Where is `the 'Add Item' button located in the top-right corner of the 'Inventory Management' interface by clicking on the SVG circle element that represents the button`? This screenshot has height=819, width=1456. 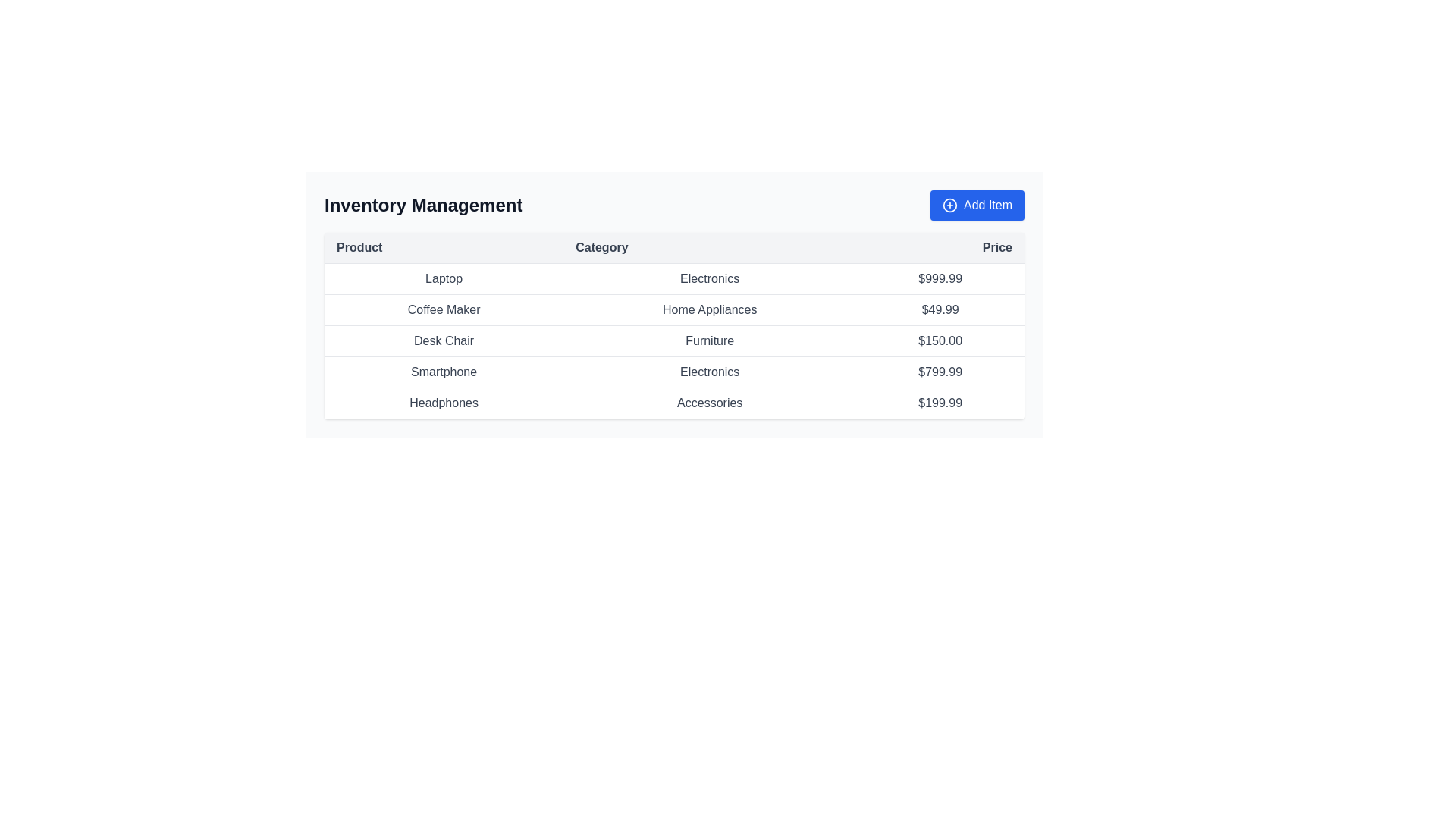 the 'Add Item' button located in the top-right corner of the 'Inventory Management' interface by clicking on the SVG circle element that represents the button is located at coordinates (949, 205).